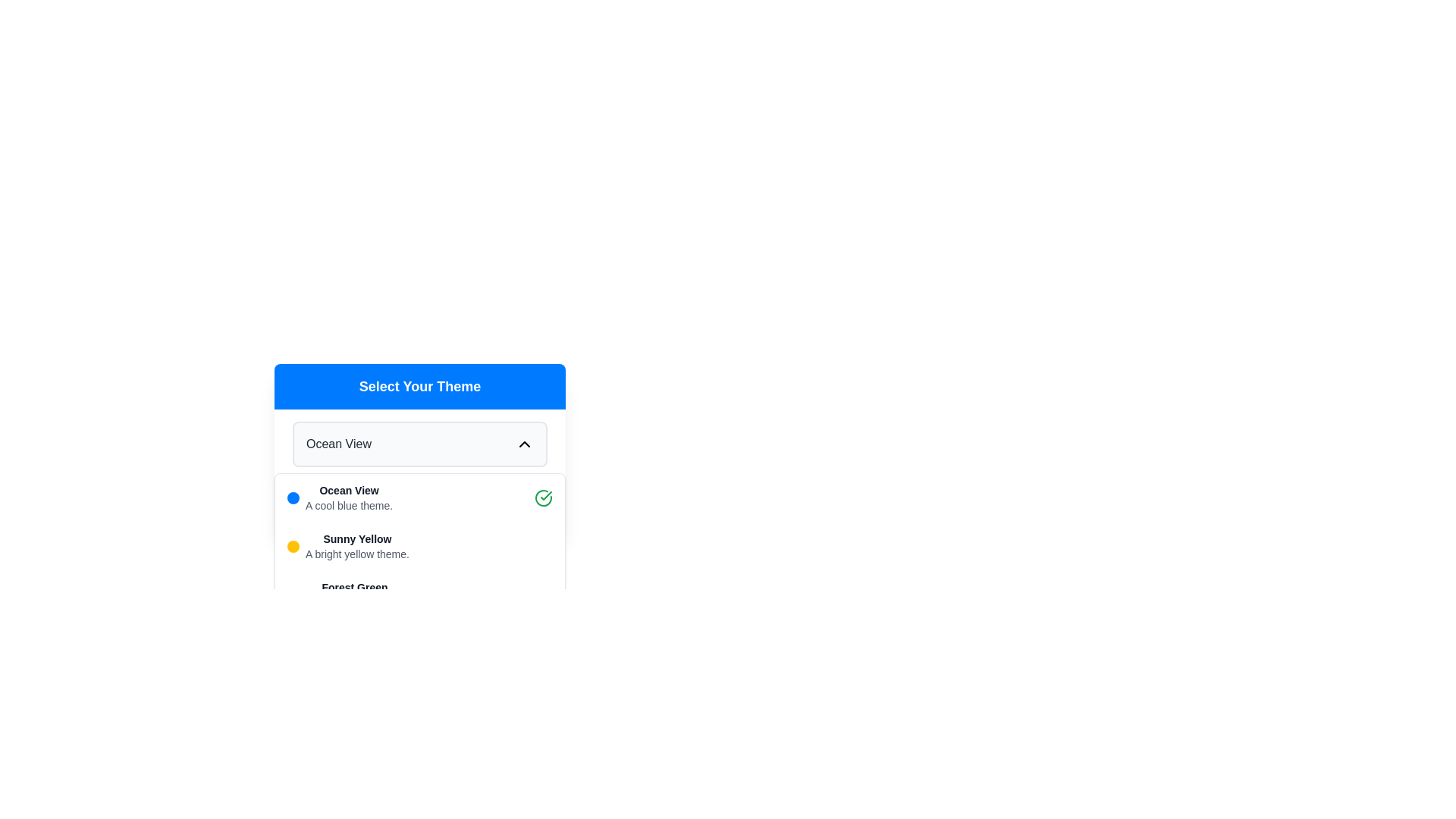 The height and width of the screenshot is (819, 1456). What do you see at coordinates (337, 444) in the screenshot?
I see `the text label displaying the name of the currently selected theme in the dropdown menu, which is located to the left of the downward-pointing chevron icon` at bounding box center [337, 444].